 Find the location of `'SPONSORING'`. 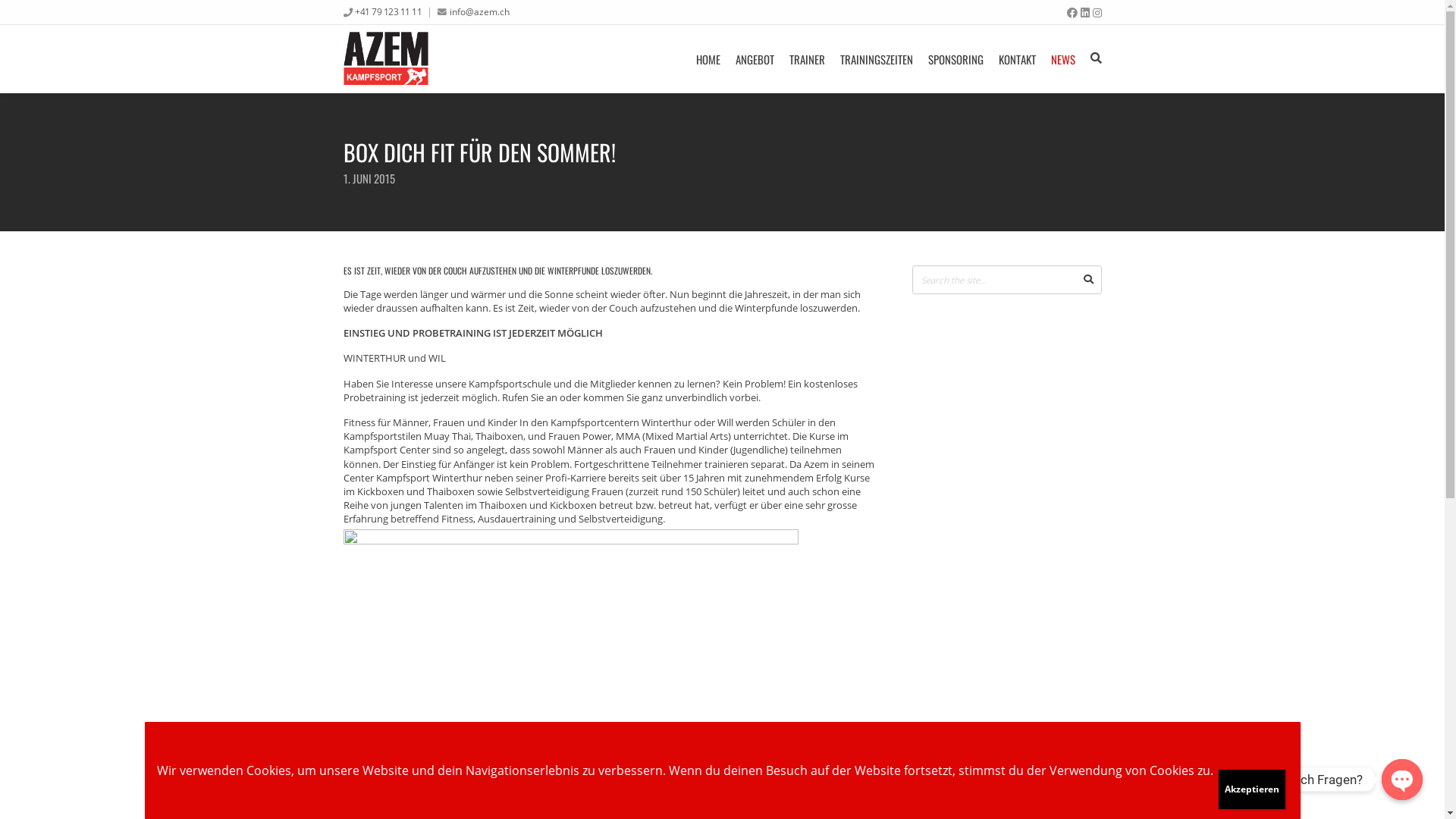

'SPONSORING' is located at coordinates (955, 58).